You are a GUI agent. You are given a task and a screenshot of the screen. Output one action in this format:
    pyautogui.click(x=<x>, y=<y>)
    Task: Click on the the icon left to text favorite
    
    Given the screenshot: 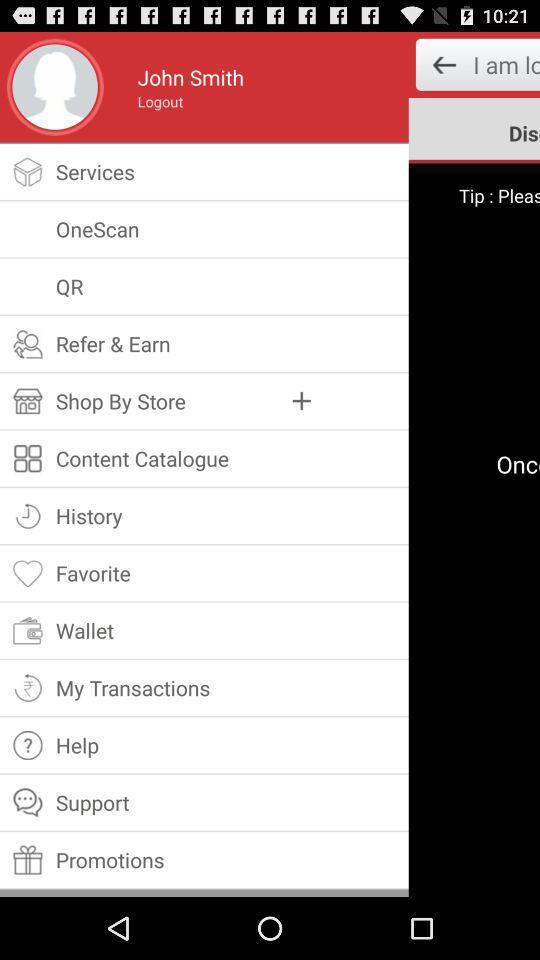 What is the action you would take?
    pyautogui.click(x=27, y=573)
    